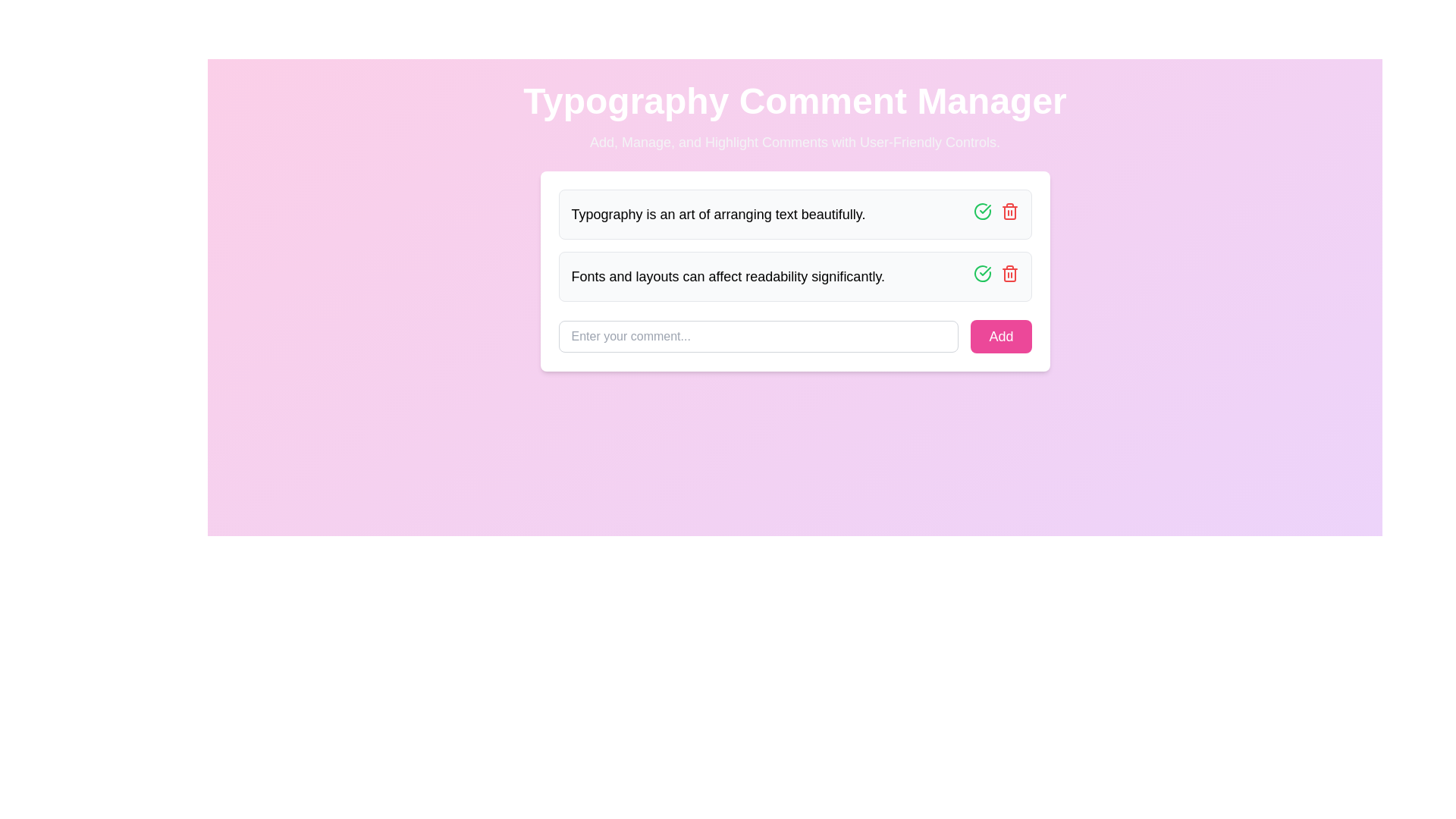 The image size is (1456, 819). I want to click on the text 'Fonts and layouts can affect readability significantly.' displayed in a sans-serif font style within the second comment box, which is highlighted by a rounded rectangle background, so click(728, 277).